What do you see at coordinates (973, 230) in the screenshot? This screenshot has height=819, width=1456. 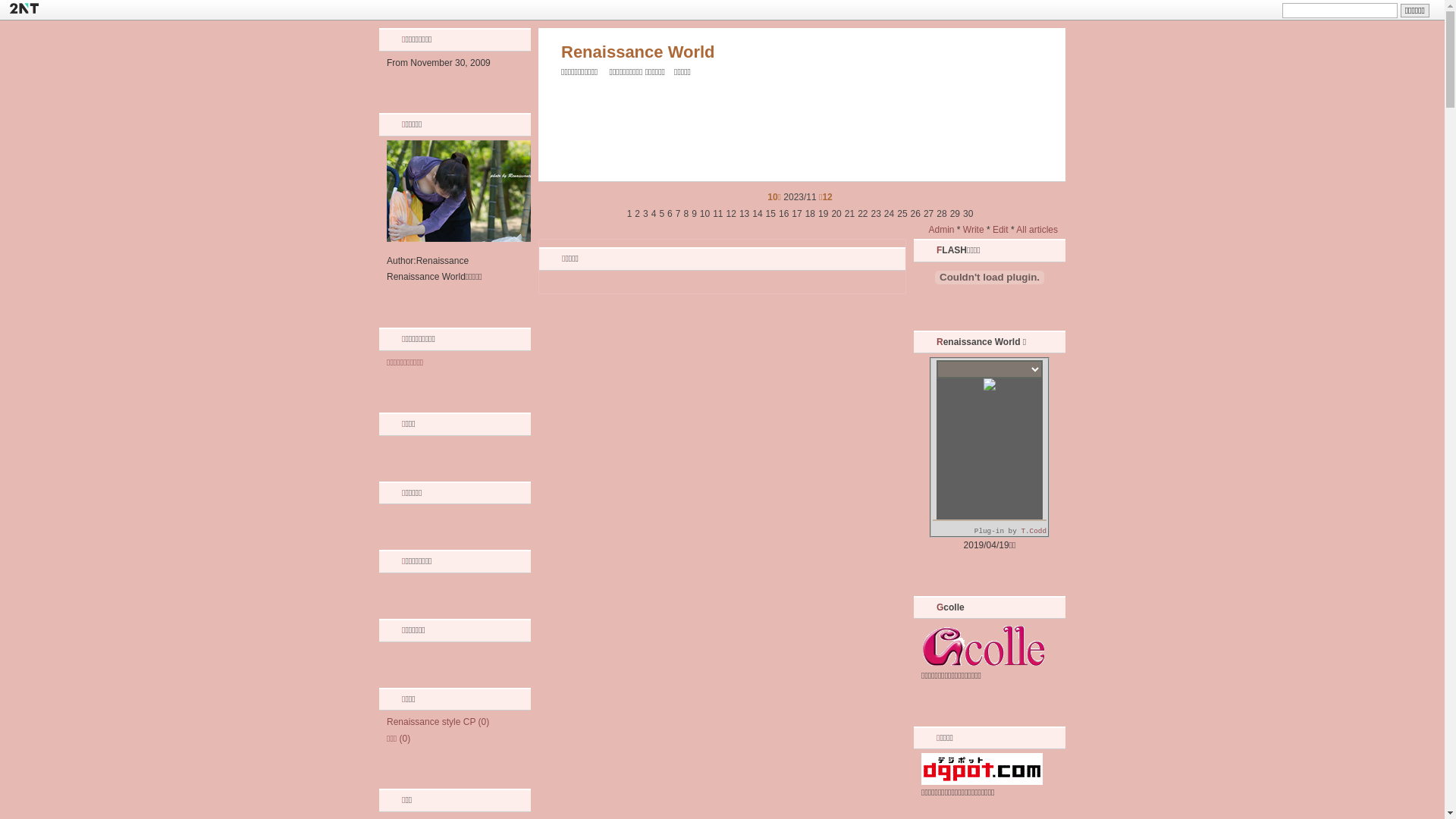 I see `'Write'` at bounding box center [973, 230].